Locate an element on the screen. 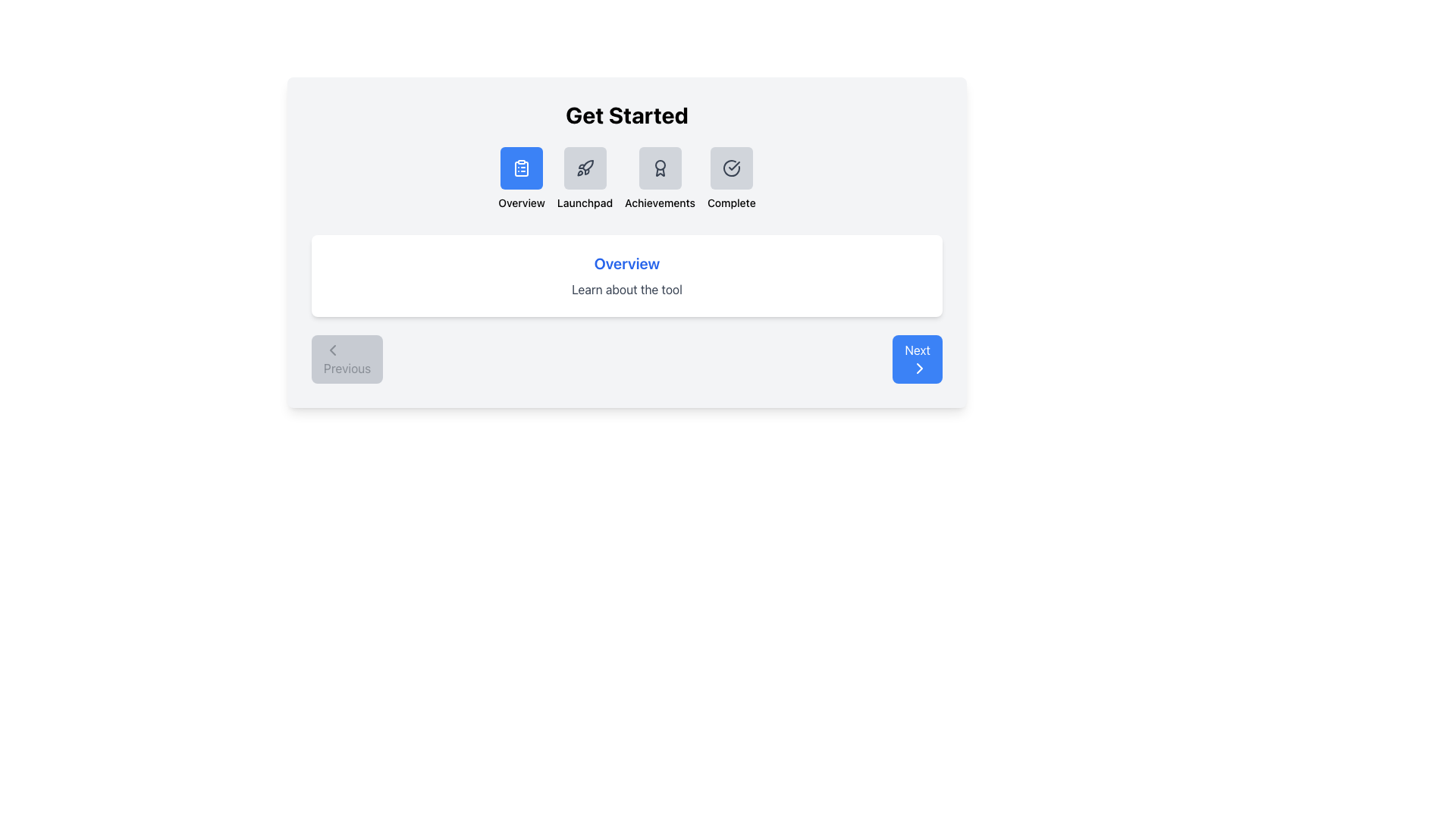  the fourth button with a gray background and a checkmark icon in the 'Get Started' section is located at coordinates (731, 168).